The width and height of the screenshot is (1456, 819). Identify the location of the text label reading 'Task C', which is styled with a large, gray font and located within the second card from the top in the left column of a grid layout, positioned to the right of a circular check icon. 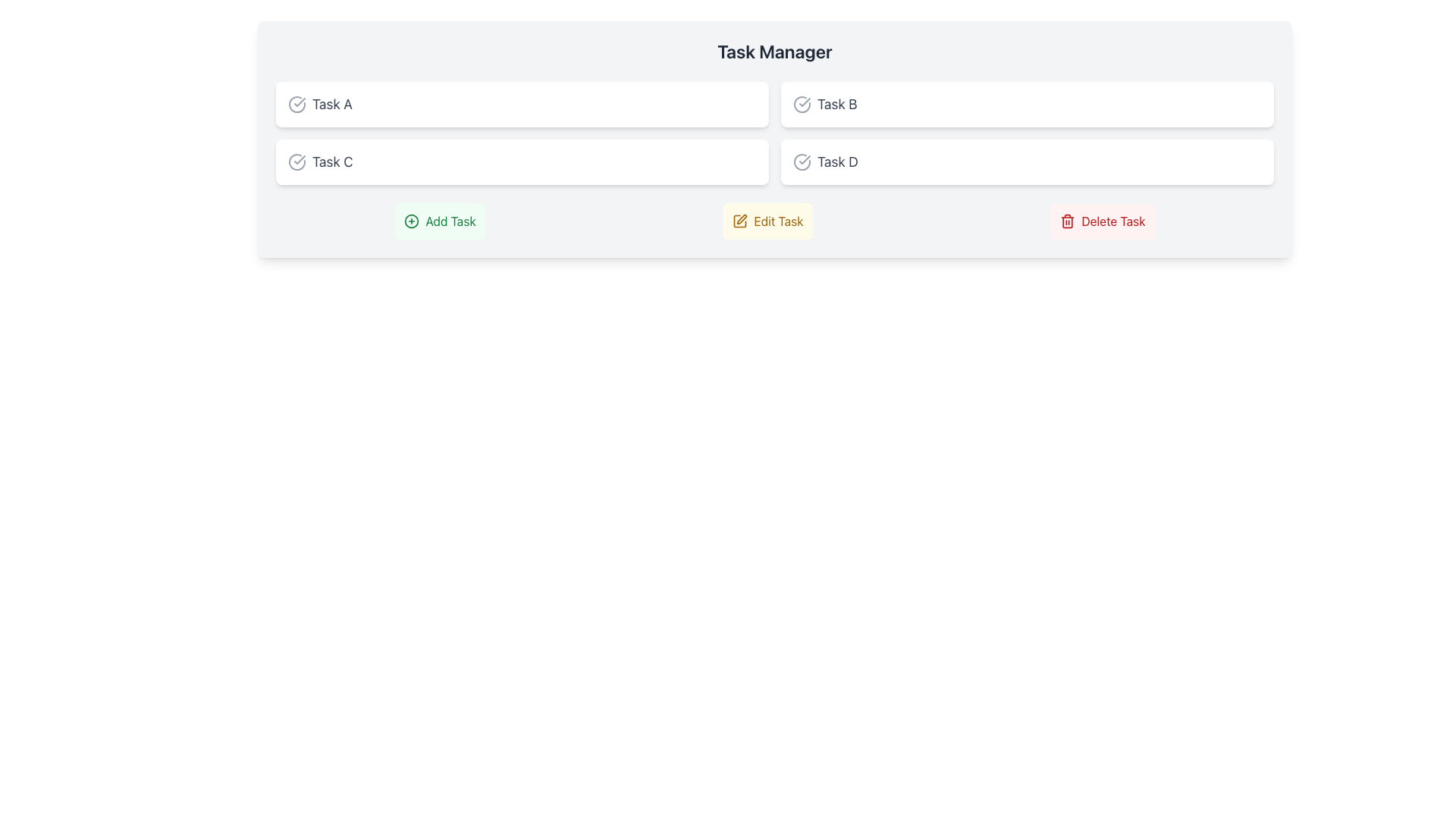
(331, 162).